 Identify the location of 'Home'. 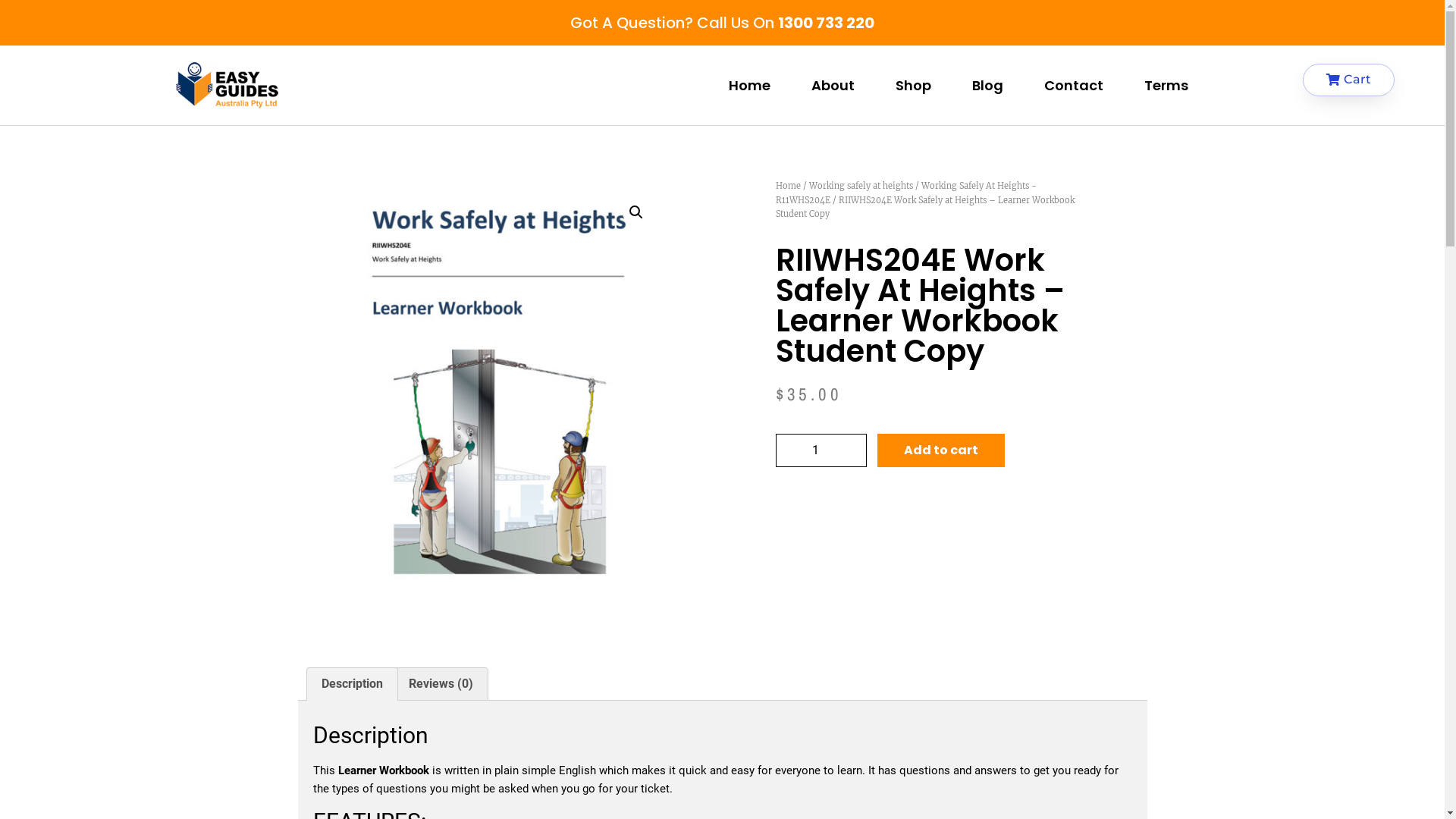
(708, 85).